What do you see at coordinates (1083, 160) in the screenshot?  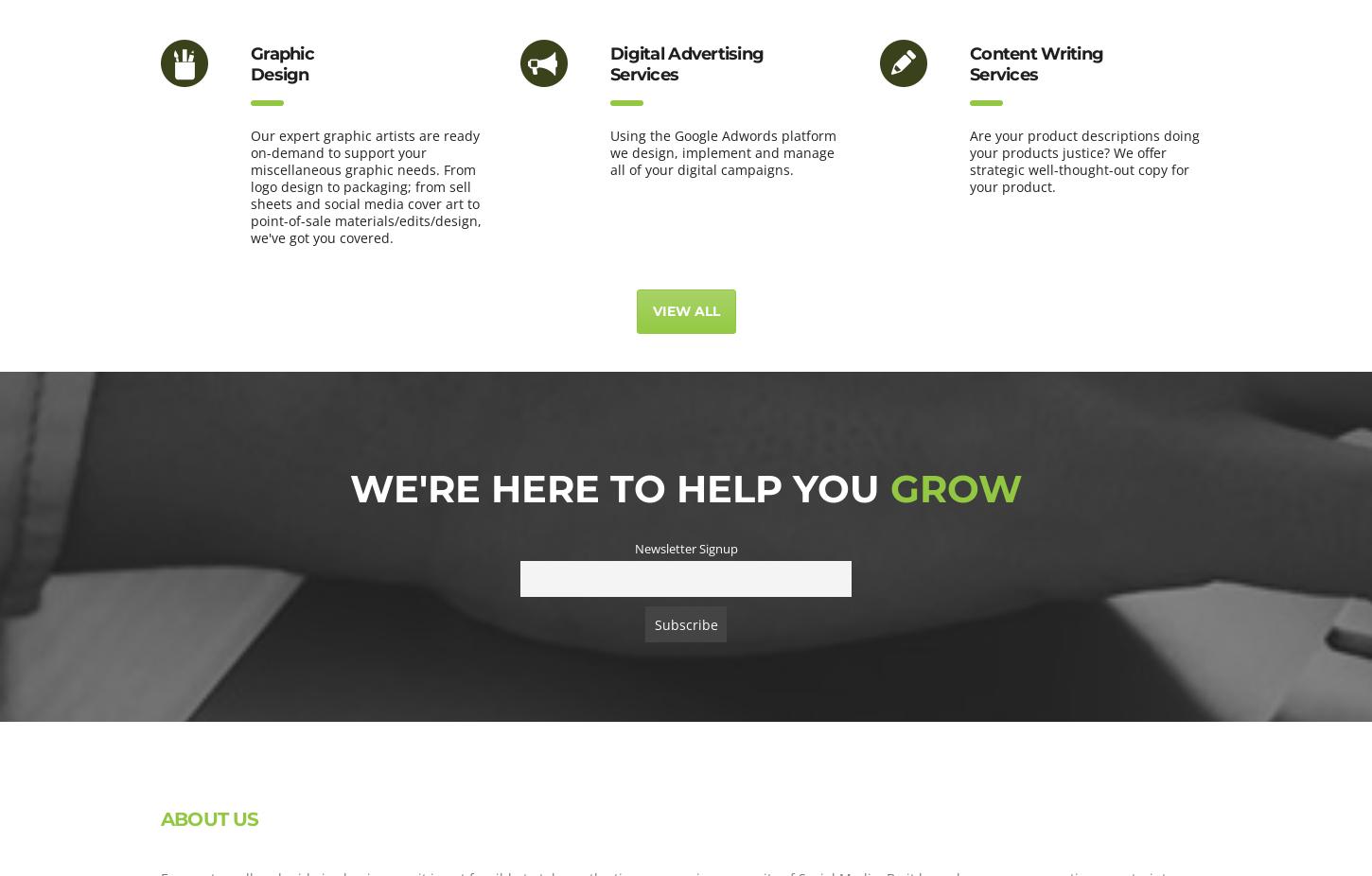 I see `'Are your product descriptions doing your products justice? We offer strategic well-thought-out copy for your product.'` at bounding box center [1083, 160].